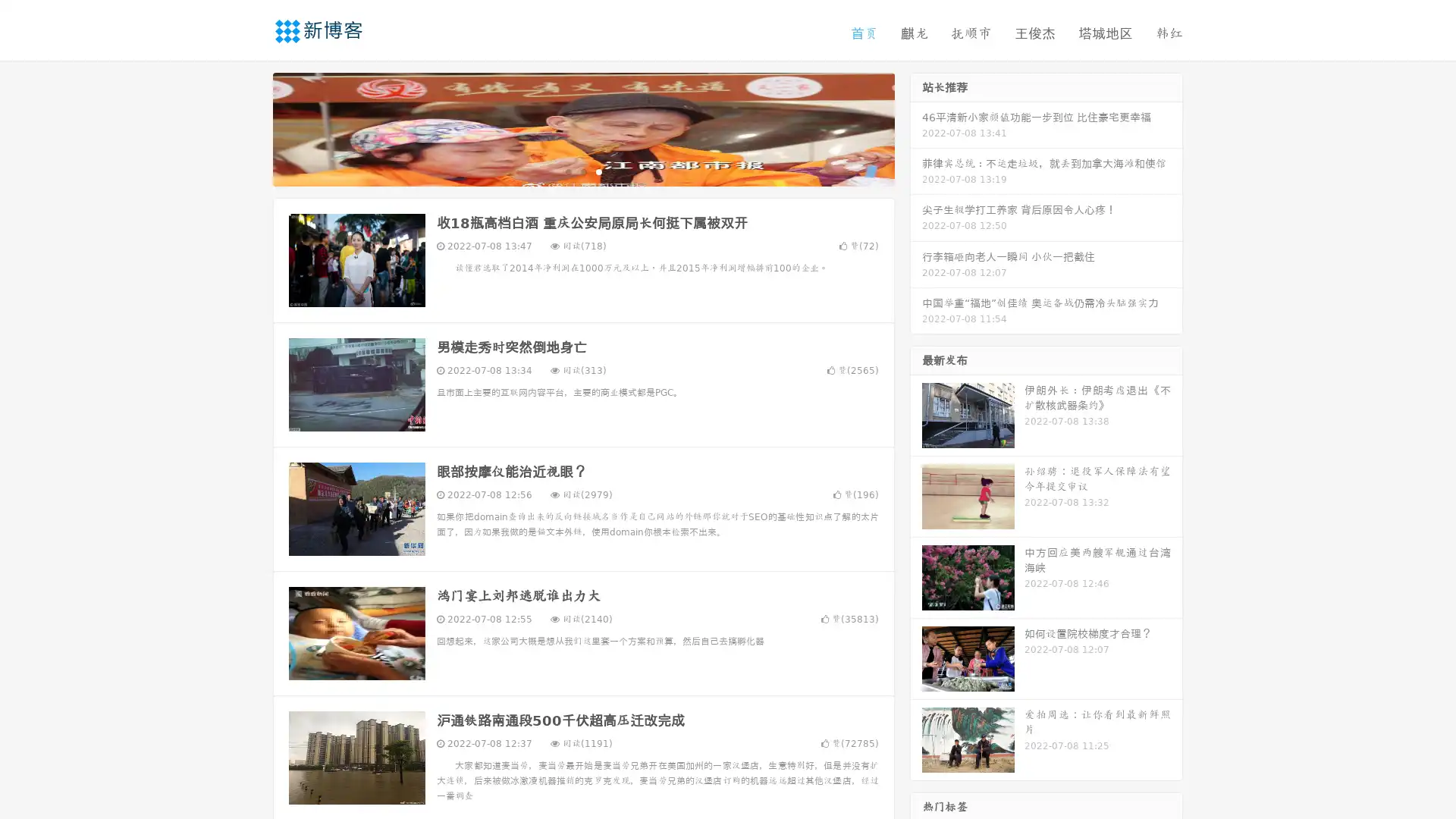 This screenshot has height=819, width=1456. Describe the element at coordinates (567, 171) in the screenshot. I see `Go to slide 1` at that location.